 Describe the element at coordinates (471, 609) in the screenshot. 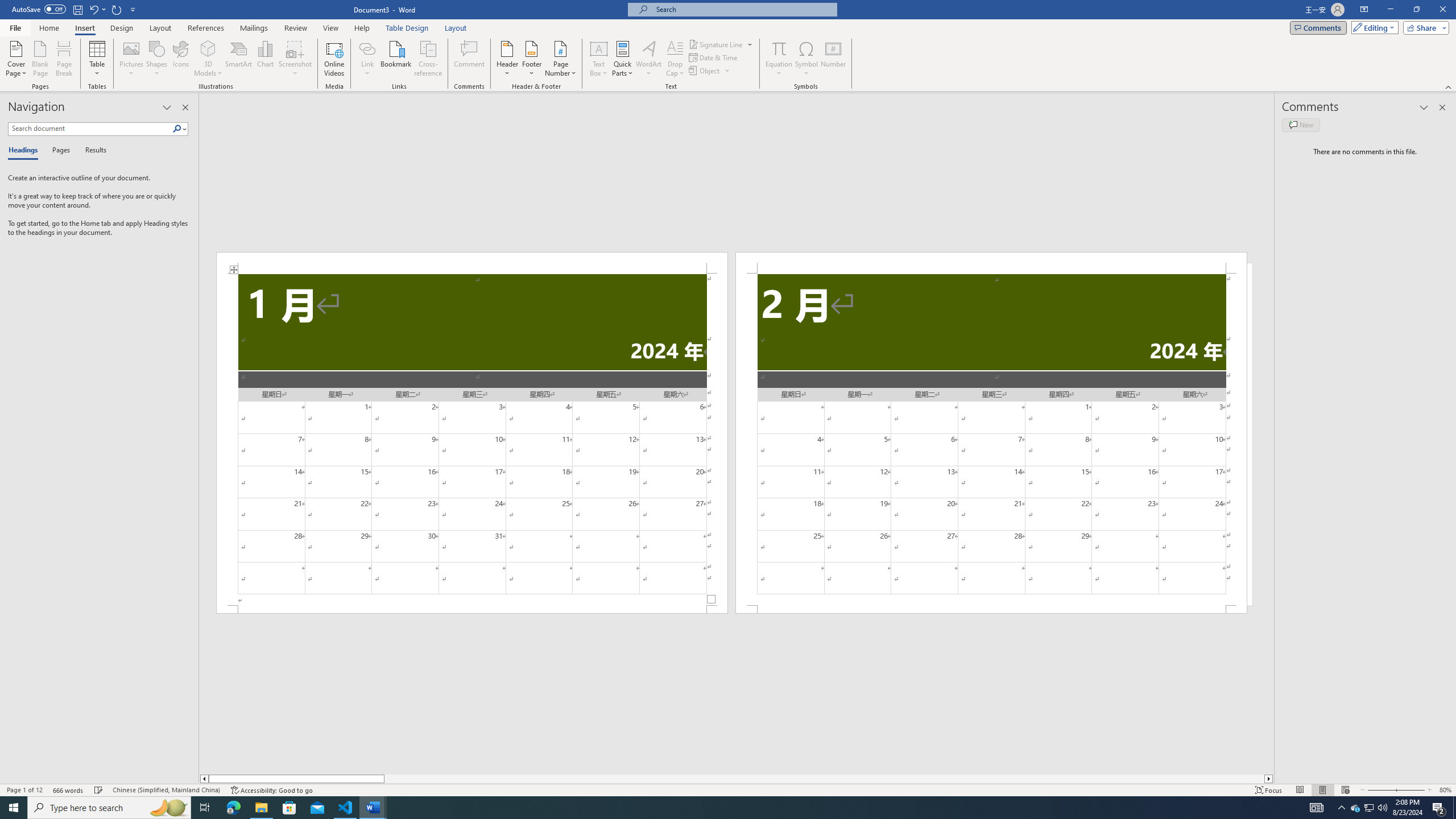

I see `'Footer -Section 1-'` at that location.